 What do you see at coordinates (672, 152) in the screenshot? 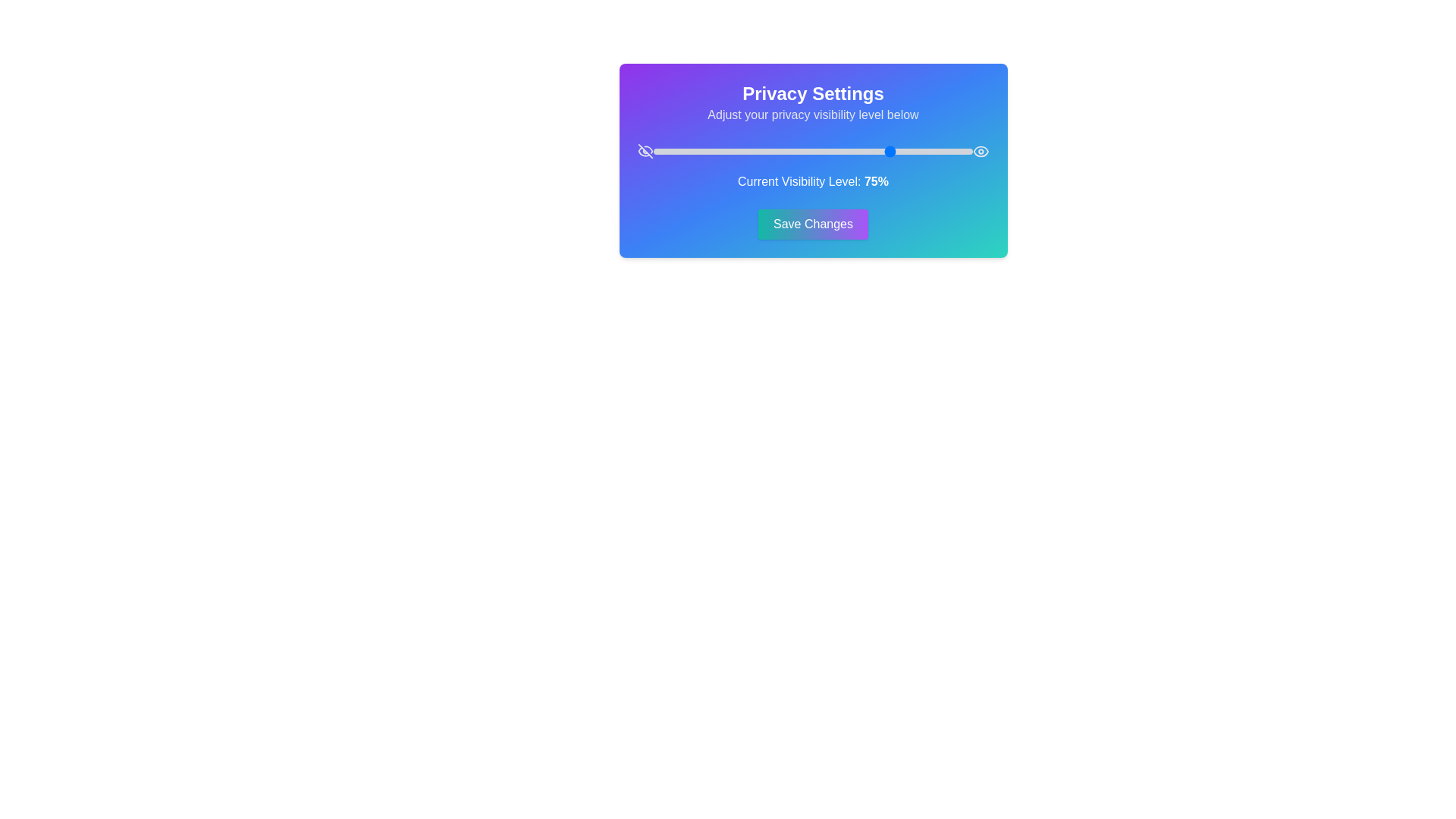
I see `the visibility level to 6% using the slider` at bounding box center [672, 152].